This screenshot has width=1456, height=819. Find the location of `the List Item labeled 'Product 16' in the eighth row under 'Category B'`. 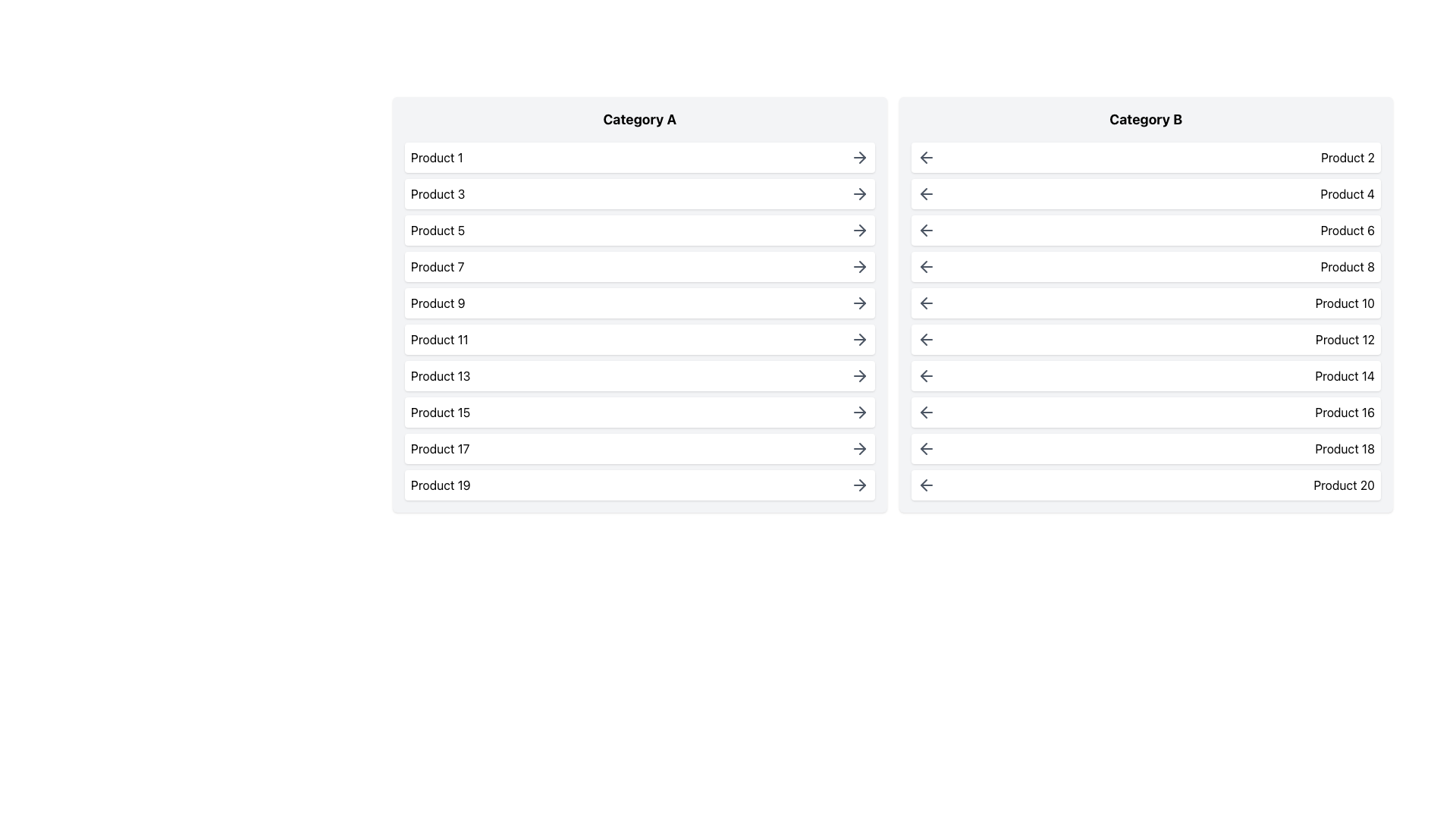

the List Item labeled 'Product 16' in the eighth row under 'Category B' is located at coordinates (1146, 412).